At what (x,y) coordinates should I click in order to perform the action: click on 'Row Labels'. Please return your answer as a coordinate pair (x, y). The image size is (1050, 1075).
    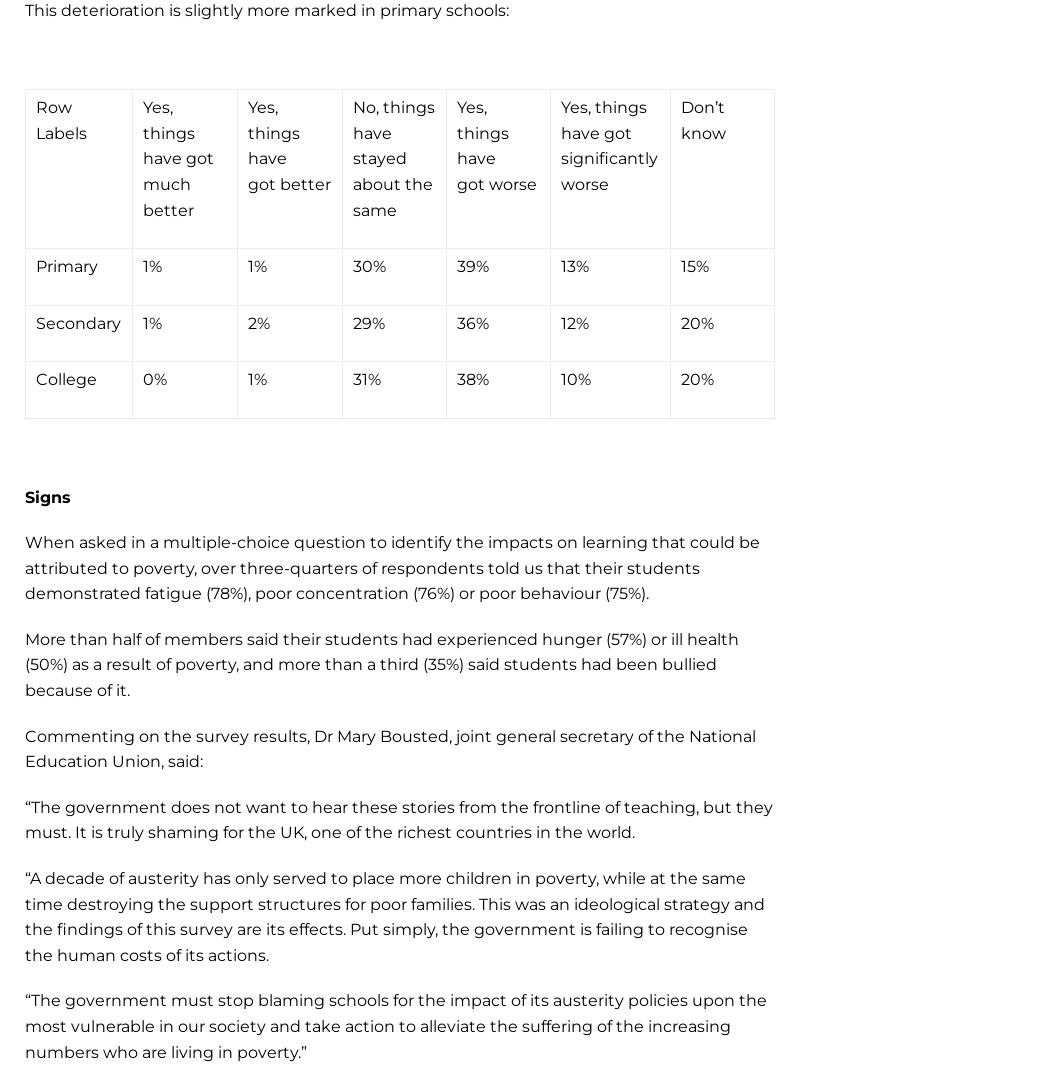
    Looking at the image, I should click on (60, 118).